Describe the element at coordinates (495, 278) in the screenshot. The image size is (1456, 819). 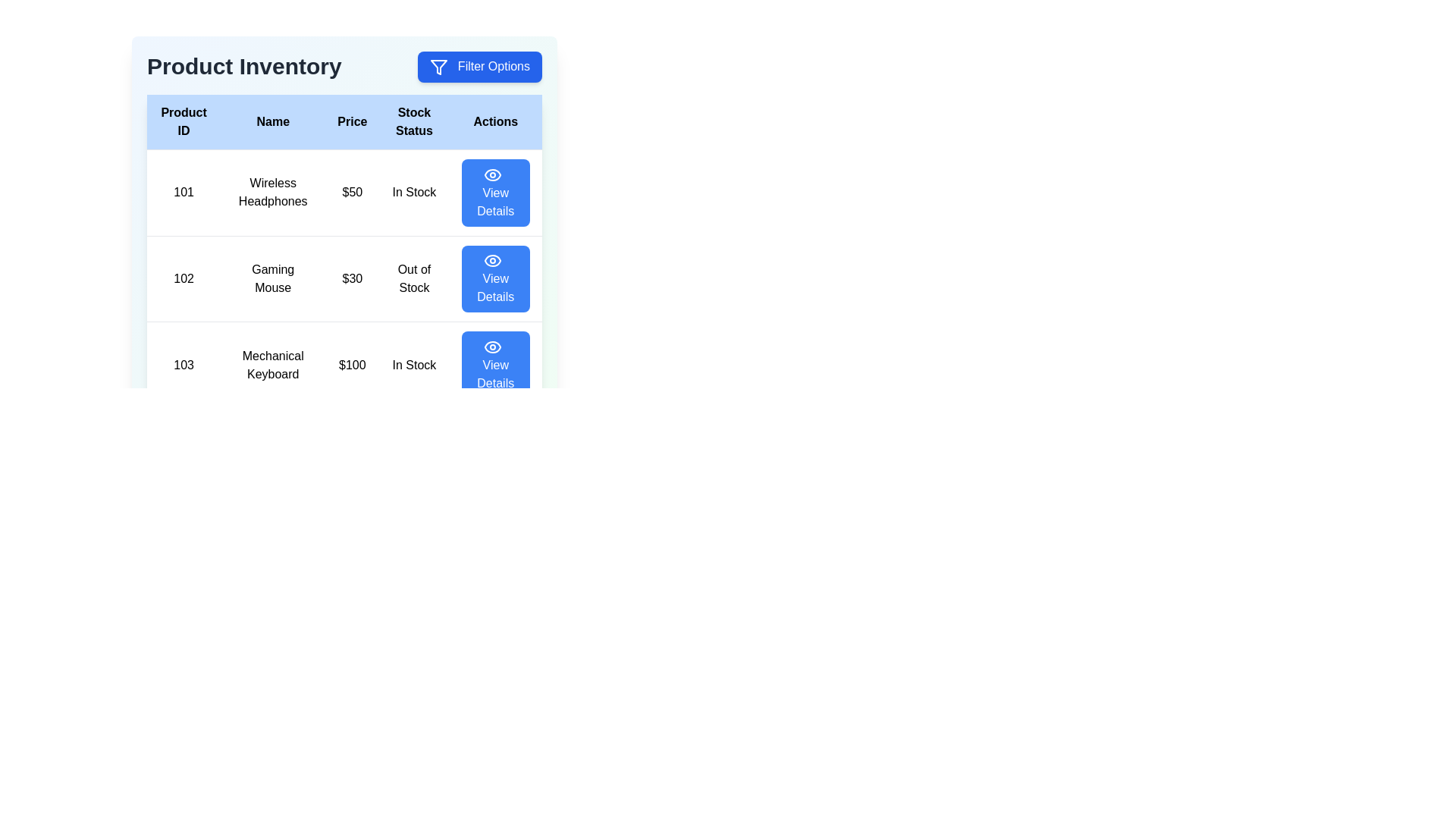
I see `the 'View Details' button for the product with ID 102` at that location.